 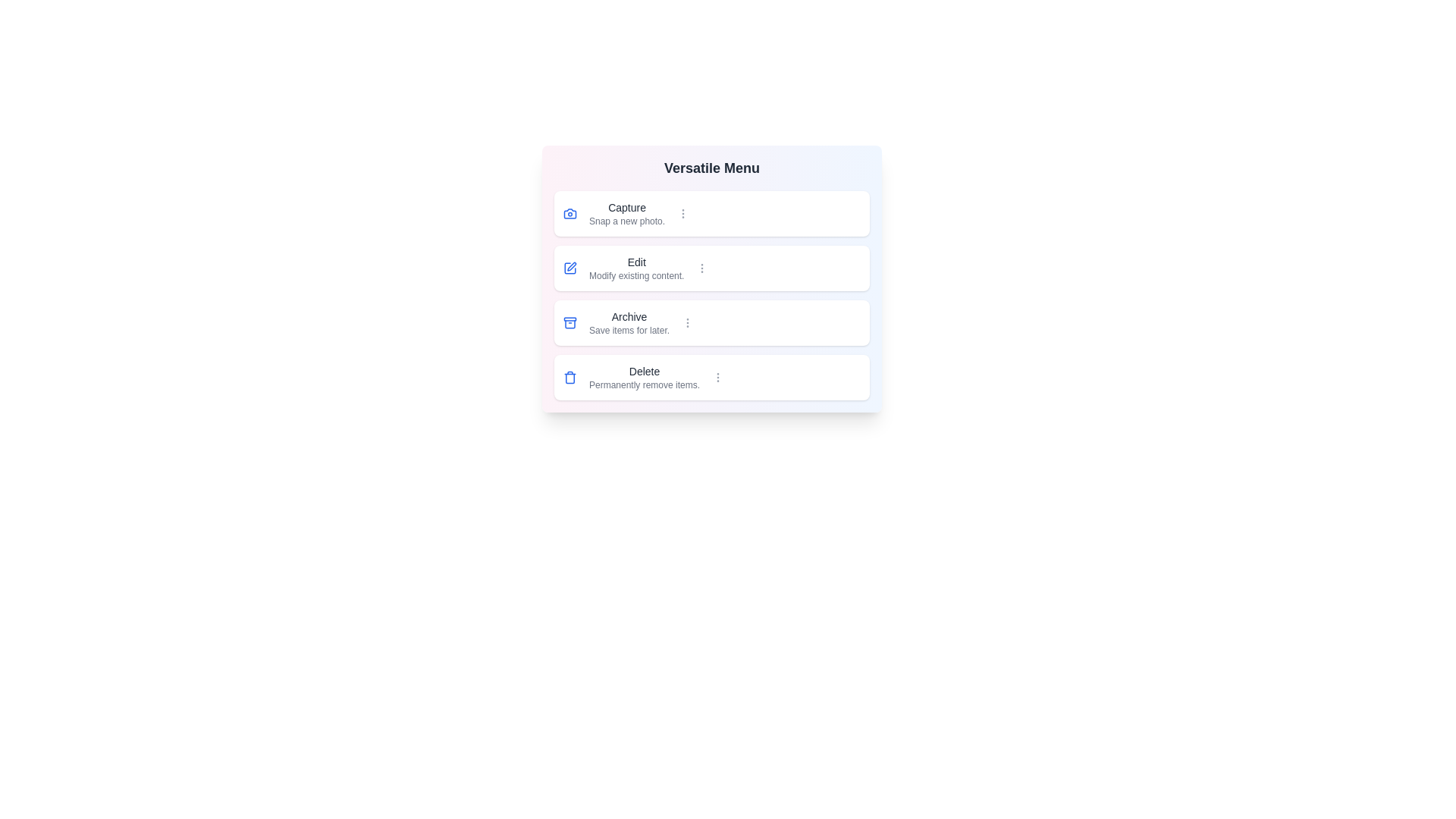 What do you see at coordinates (682, 213) in the screenshot?
I see `the ellipsis icon of the menu item corresponding to Capture` at bounding box center [682, 213].